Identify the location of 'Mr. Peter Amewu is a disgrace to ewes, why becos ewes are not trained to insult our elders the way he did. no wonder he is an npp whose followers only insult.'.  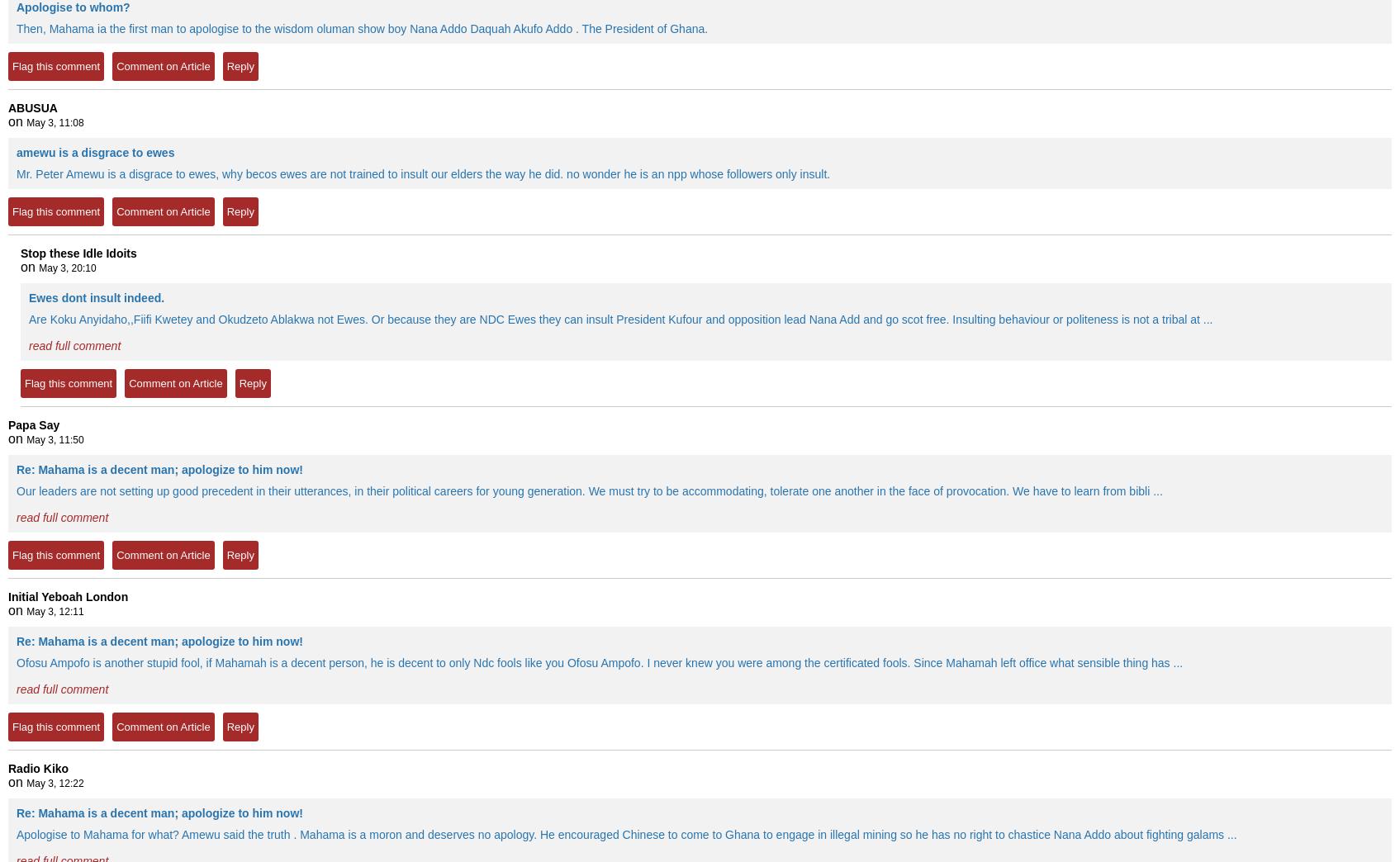
(422, 173).